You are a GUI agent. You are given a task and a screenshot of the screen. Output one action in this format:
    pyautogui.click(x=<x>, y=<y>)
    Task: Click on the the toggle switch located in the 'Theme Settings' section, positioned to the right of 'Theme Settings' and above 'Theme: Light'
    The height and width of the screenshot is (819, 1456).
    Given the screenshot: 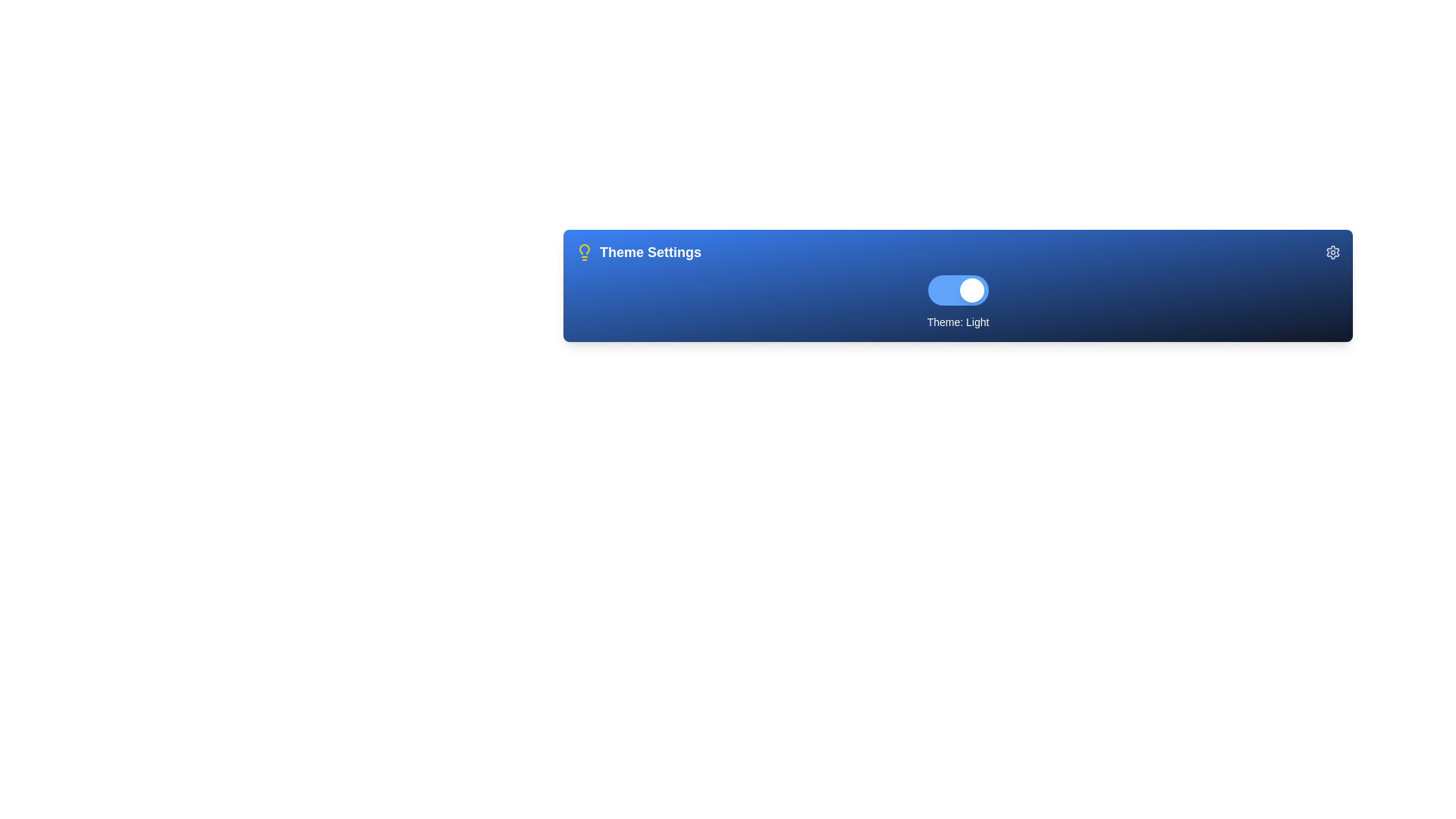 What is the action you would take?
    pyautogui.click(x=957, y=290)
    